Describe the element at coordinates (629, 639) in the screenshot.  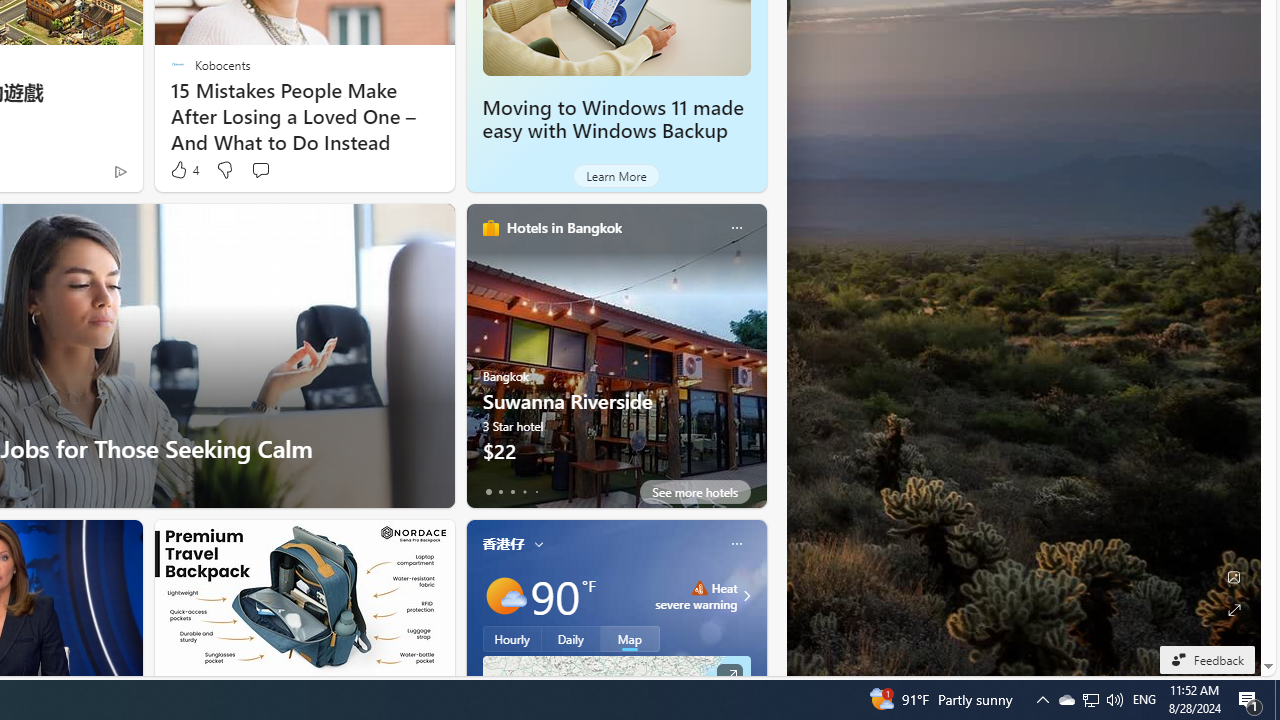
I see `'Map'` at that location.